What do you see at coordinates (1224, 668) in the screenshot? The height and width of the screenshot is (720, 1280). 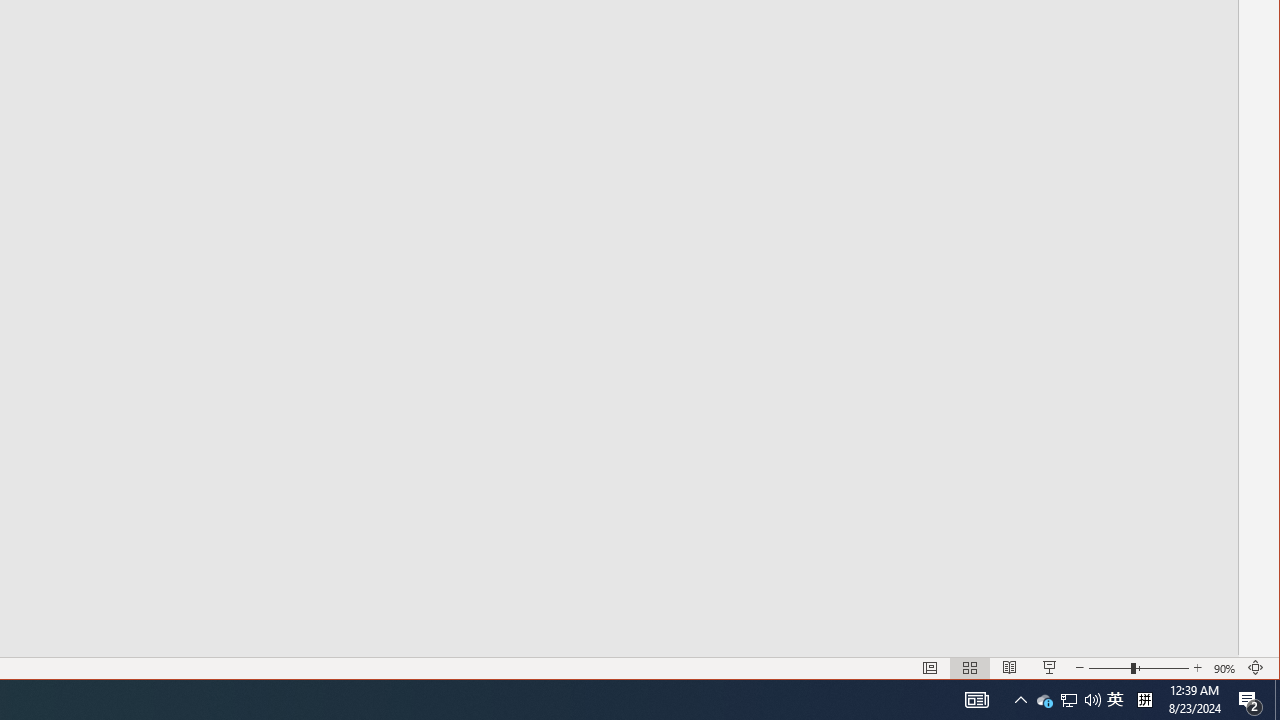 I see `'Zoom 90%'` at bounding box center [1224, 668].